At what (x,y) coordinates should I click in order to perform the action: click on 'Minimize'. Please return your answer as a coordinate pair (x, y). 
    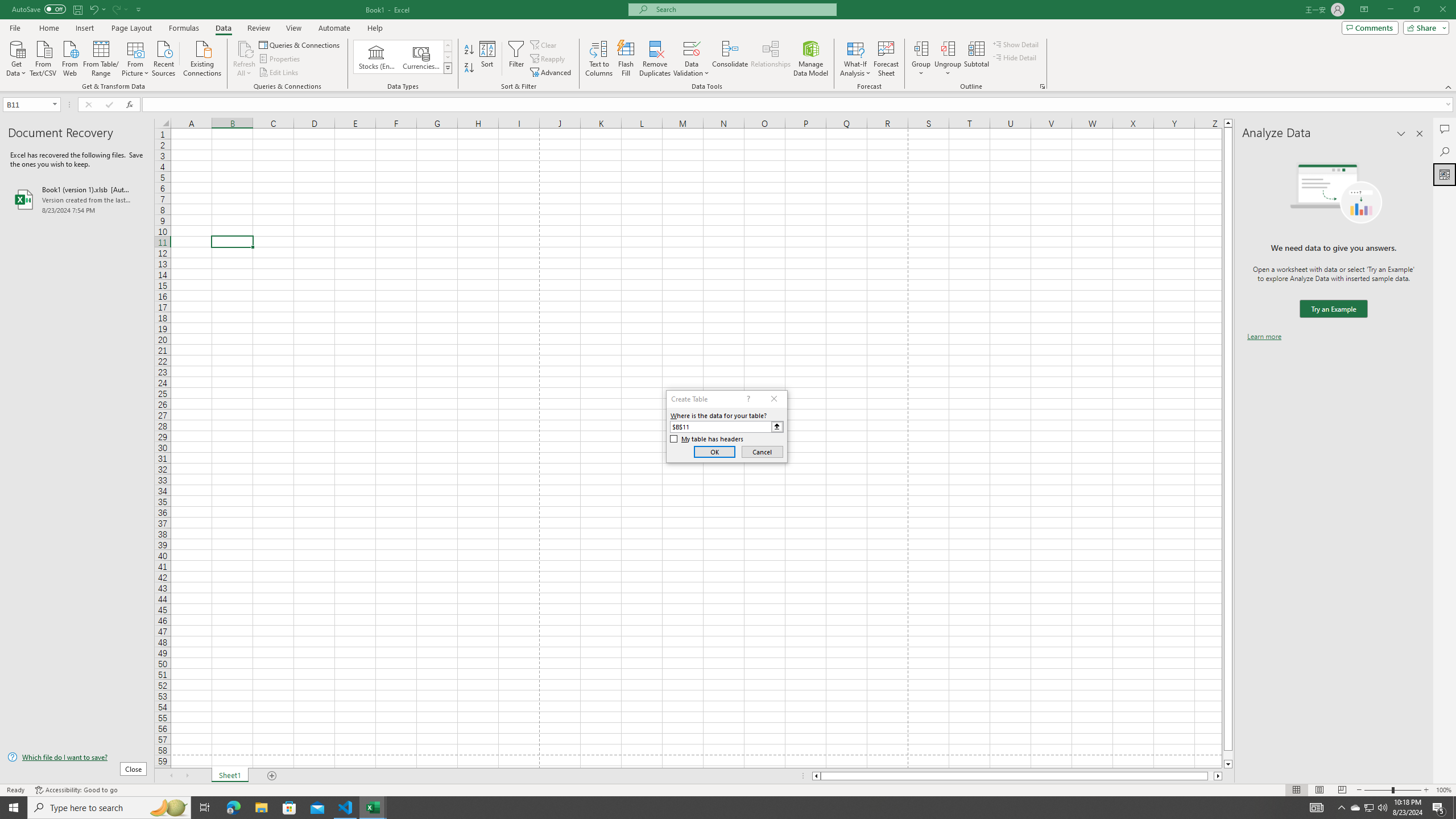
    Looking at the image, I should click on (1389, 9).